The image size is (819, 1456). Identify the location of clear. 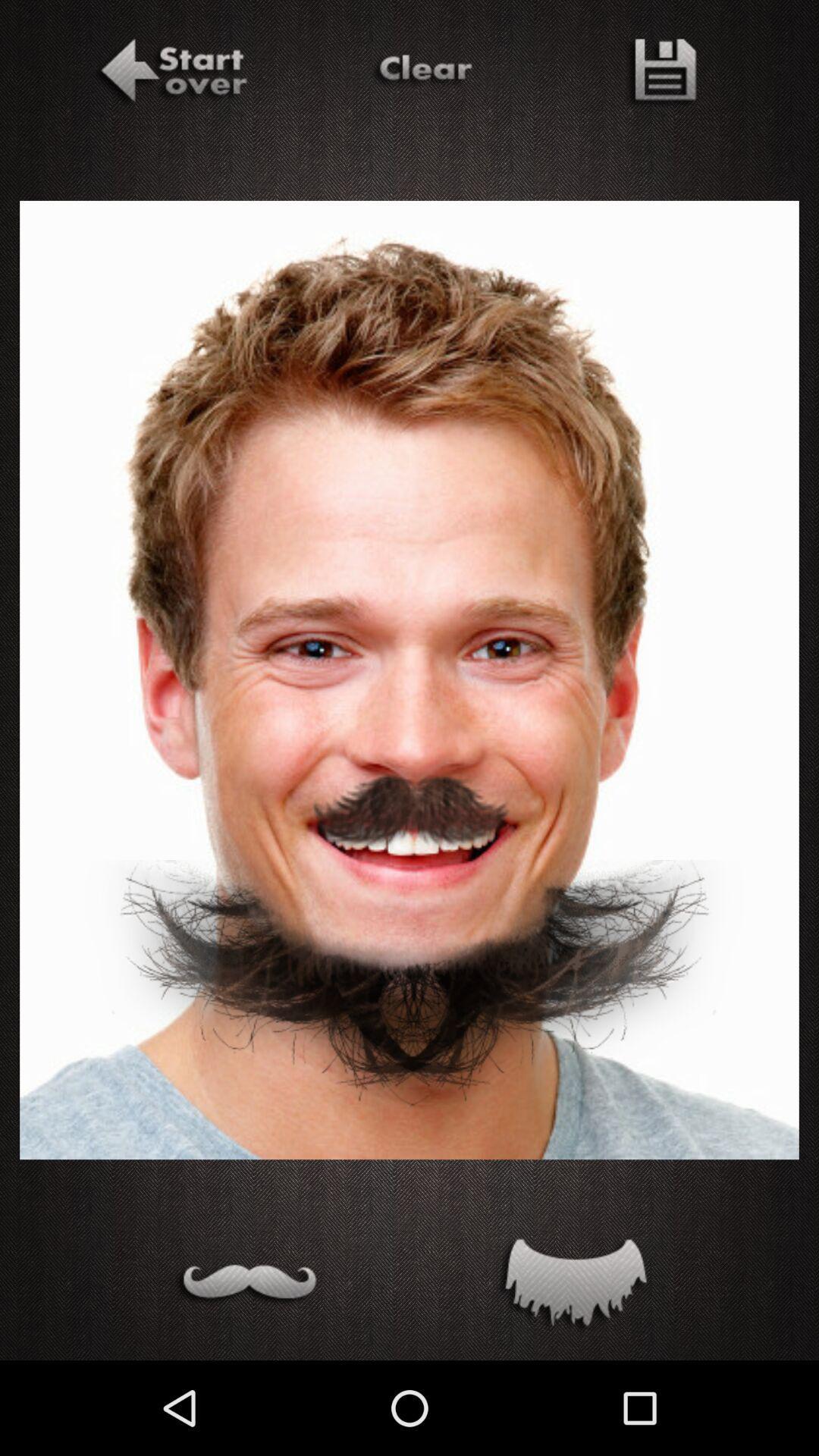
(422, 73).